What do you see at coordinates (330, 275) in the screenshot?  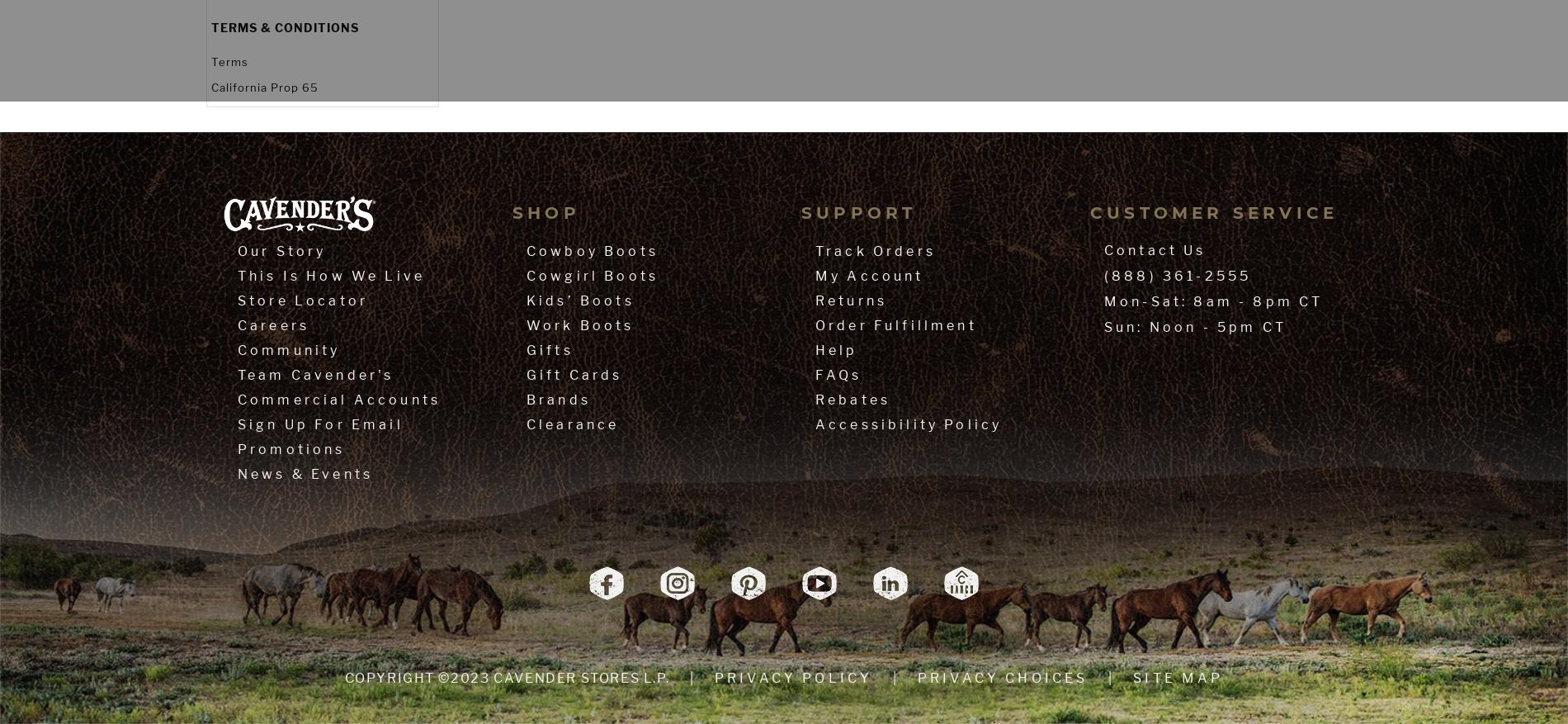 I see `'This Is How We Live'` at bounding box center [330, 275].